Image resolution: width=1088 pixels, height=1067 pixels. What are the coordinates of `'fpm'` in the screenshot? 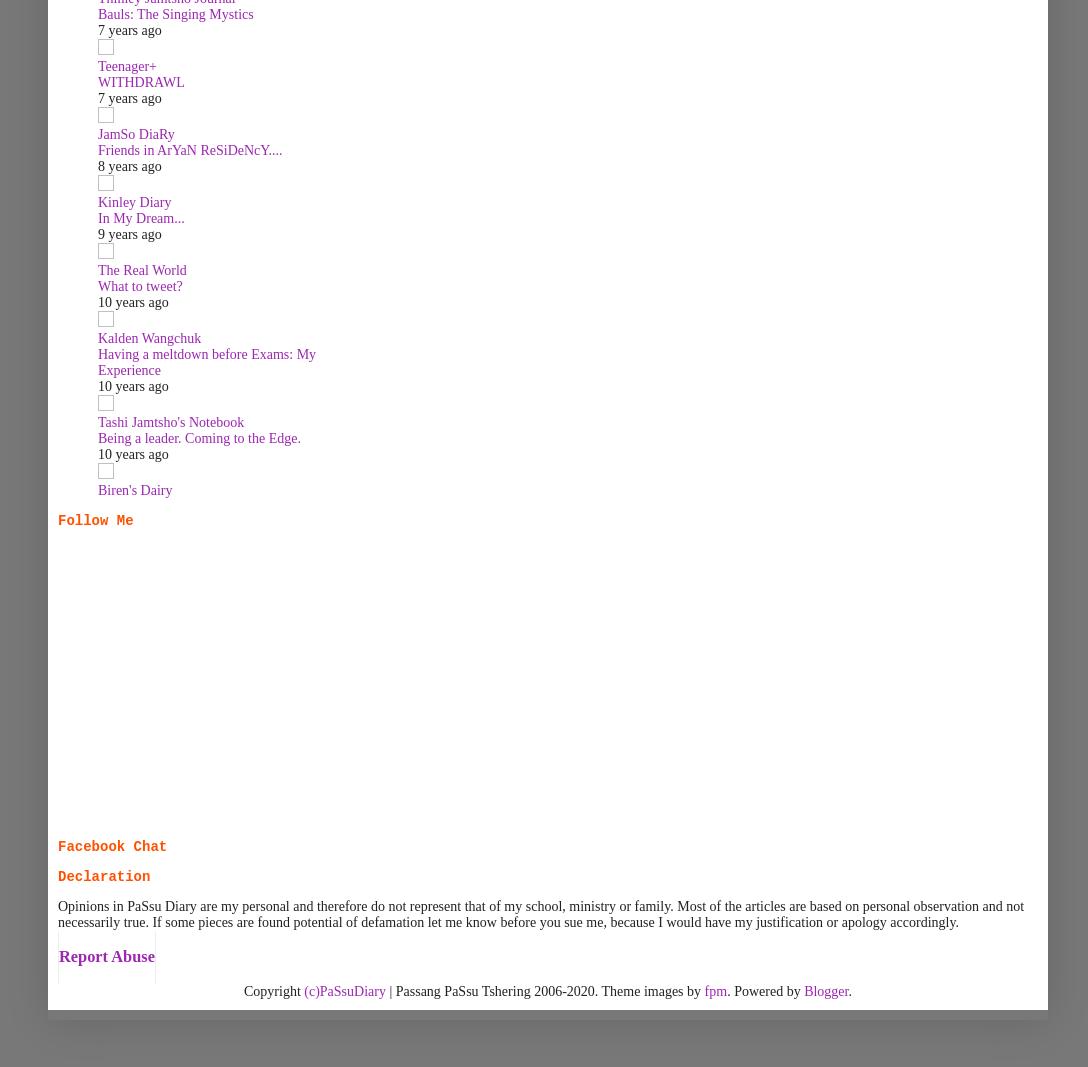 It's located at (714, 990).